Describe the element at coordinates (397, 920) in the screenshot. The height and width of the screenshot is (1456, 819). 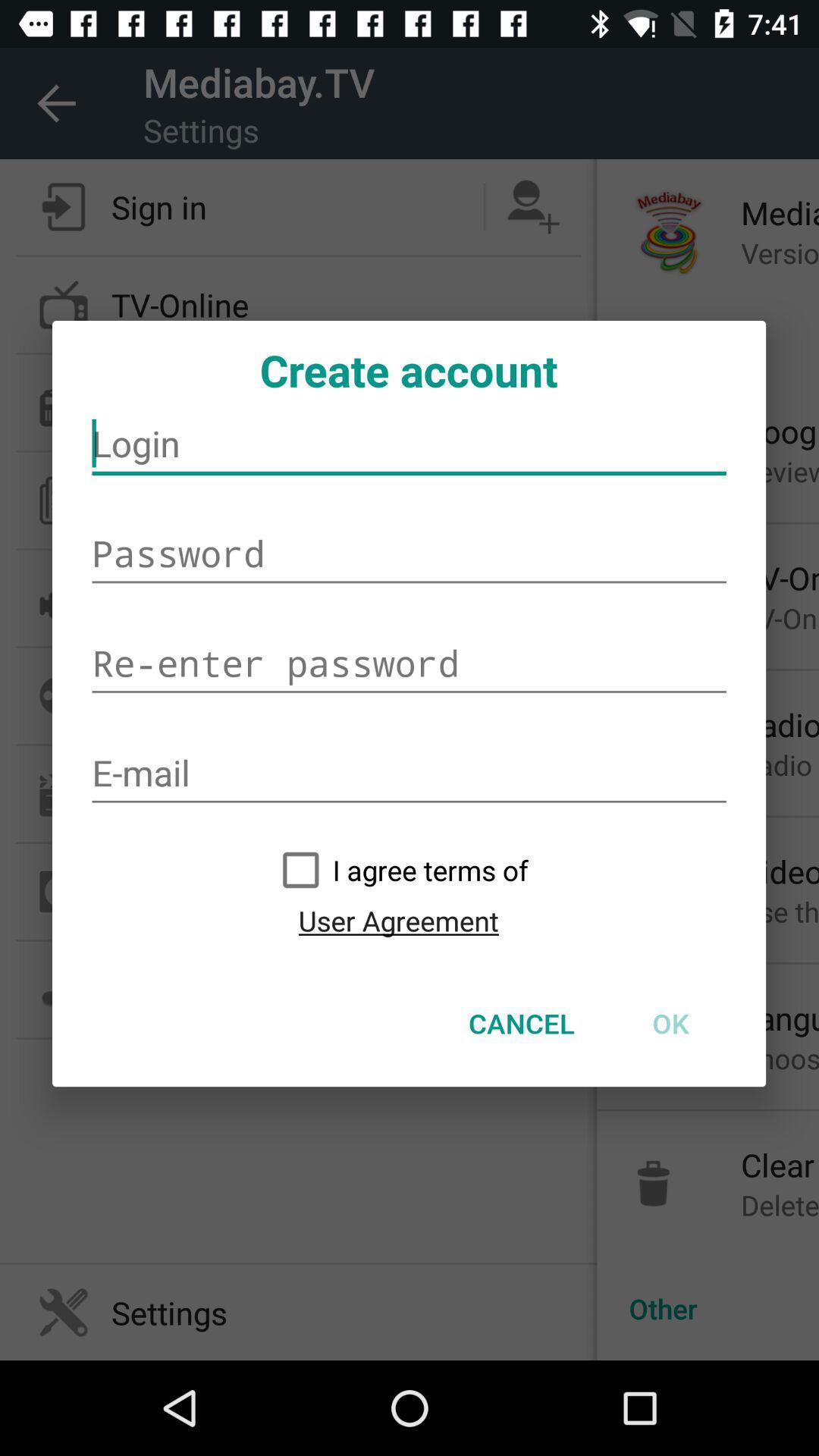
I see `the user agreement item` at that location.